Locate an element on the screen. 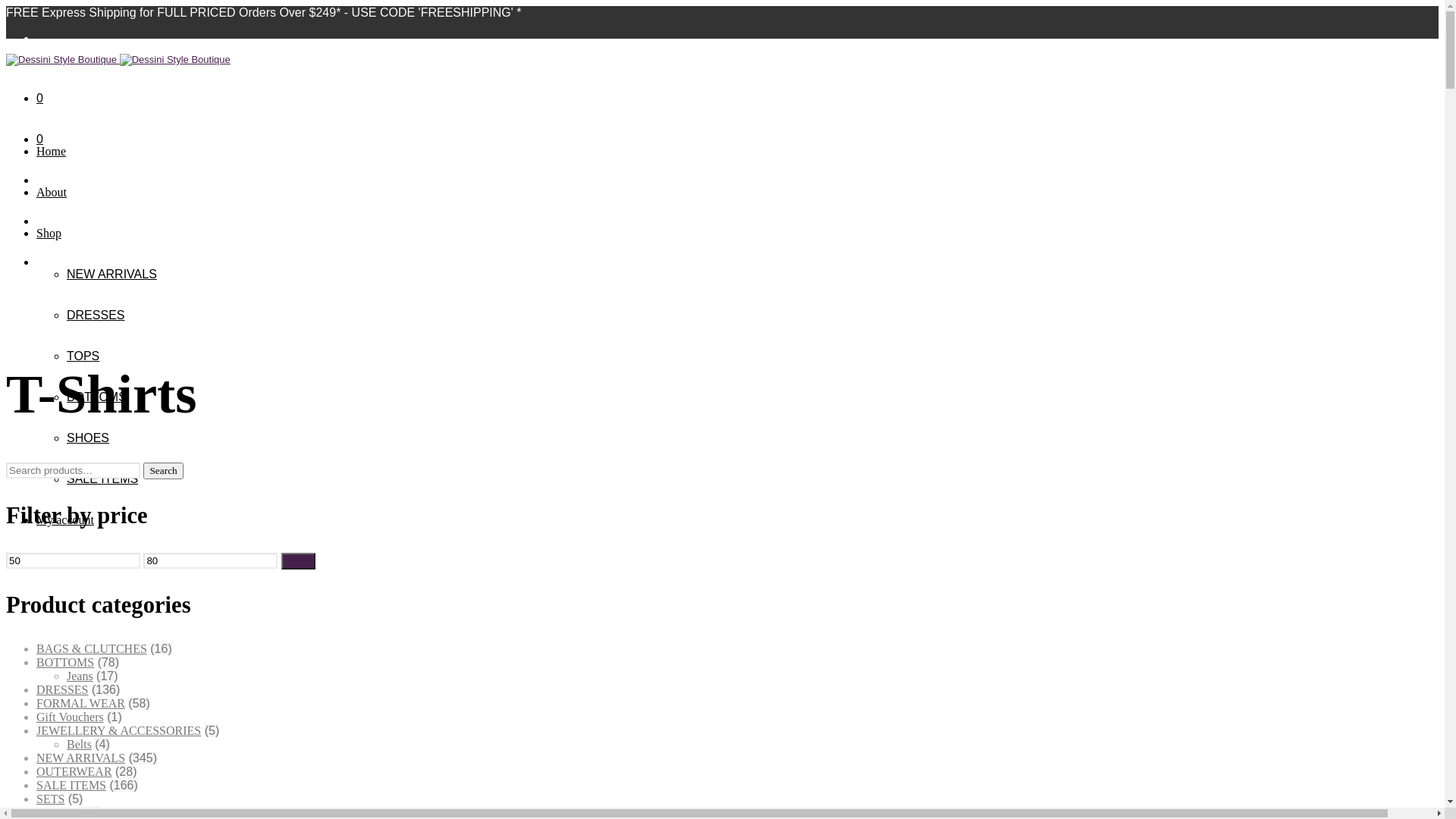 This screenshot has height=819, width=1456. 'Search' is located at coordinates (163, 470).